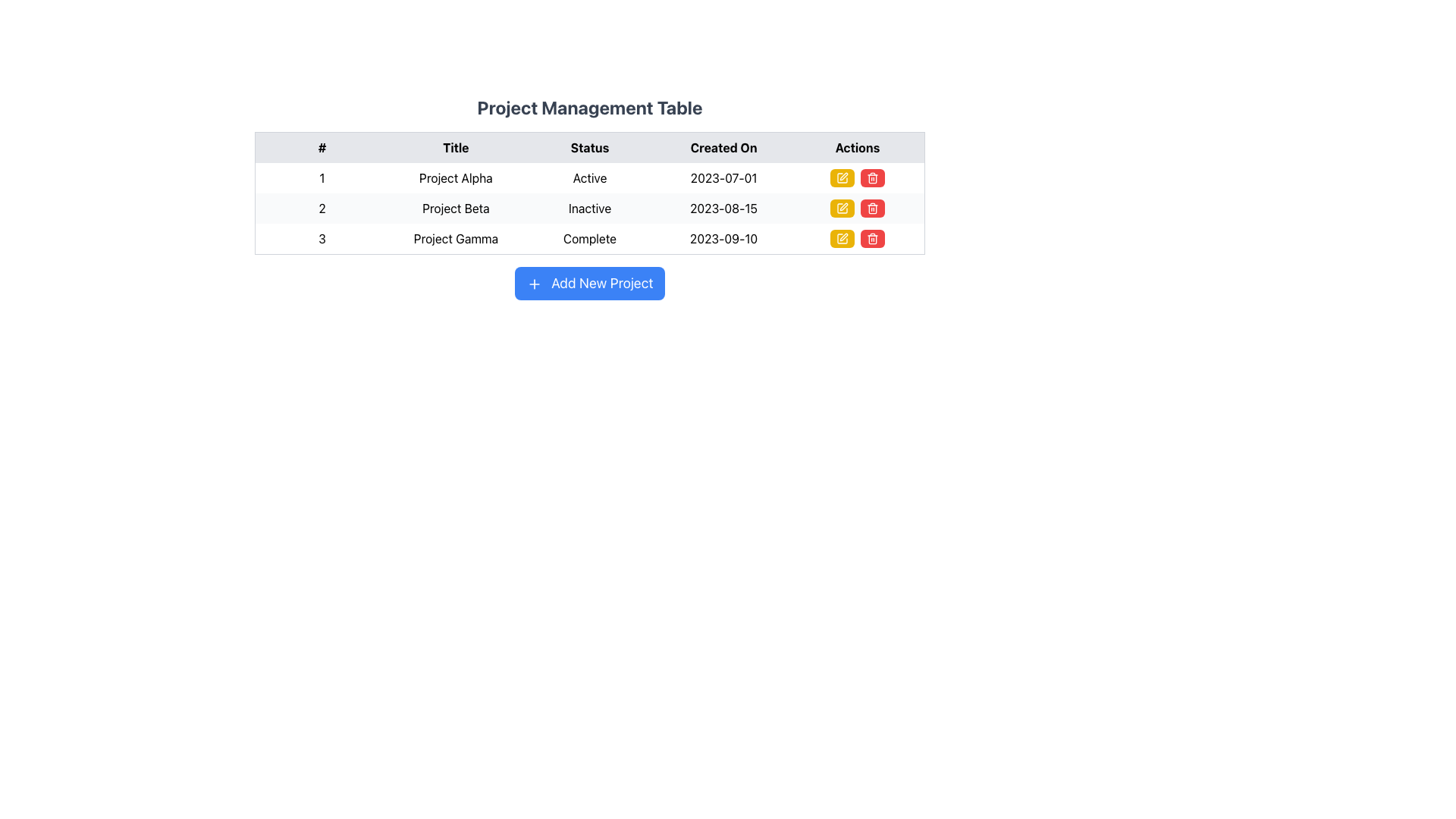 This screenshot has height=819, width=1456. I want to click on the delete button located in the Actions column of the second row of the table, so click(872, 208).